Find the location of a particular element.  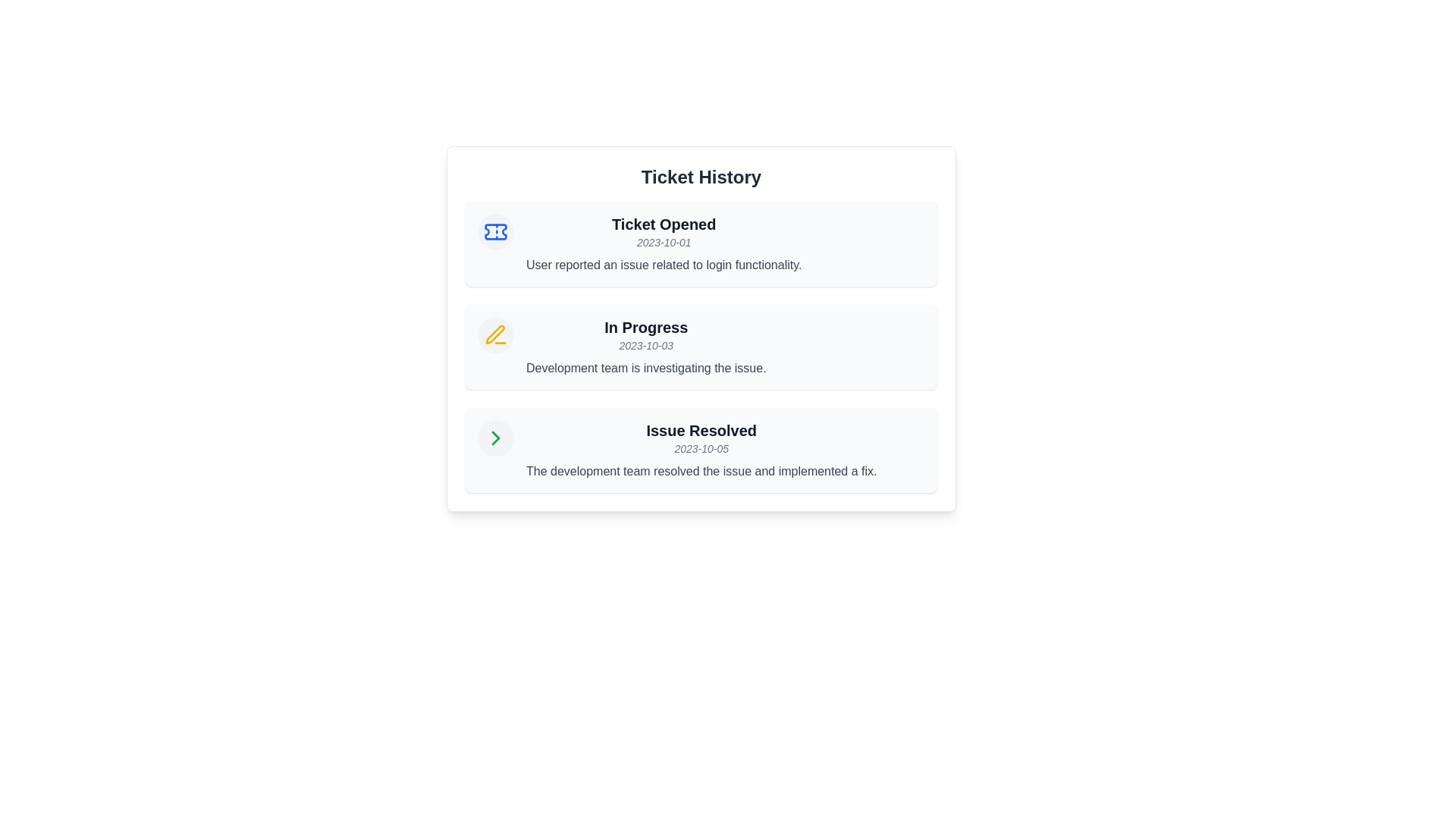

the ticket-shaped icon with a blue stroke located to the left of the 'Ticket Opened' text in the Ticket History interface is located at coordinates (495, 231).